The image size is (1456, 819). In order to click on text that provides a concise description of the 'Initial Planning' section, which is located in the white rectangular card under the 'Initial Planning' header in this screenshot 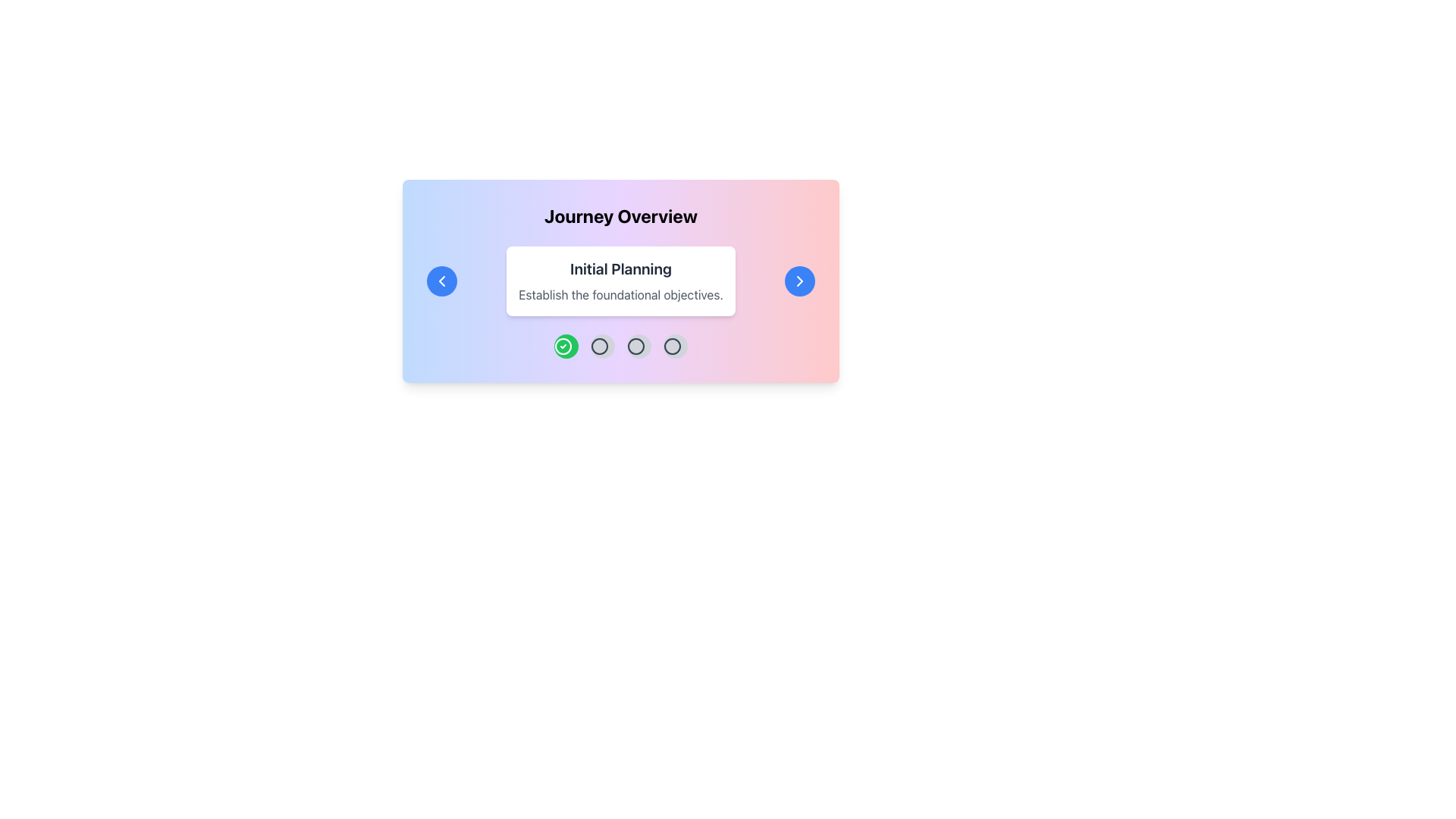, I will do `click(621, 295)`.